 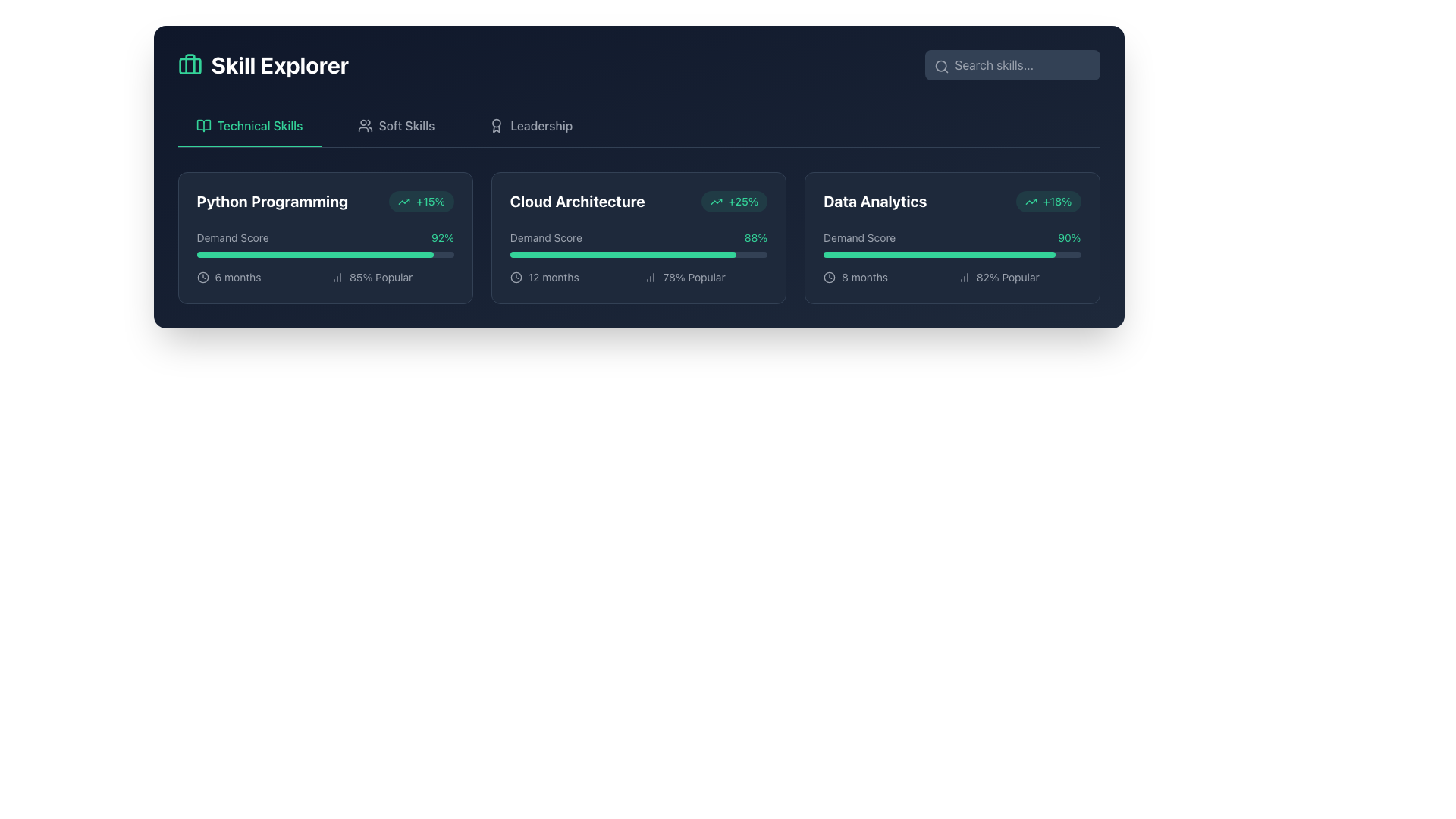 What do you see at coordinates (1068, 237) in the screenshot?
I see `the 'Demand Score' percentage display for the 'Data Analytics' skill, located in the top-right section of the 'Data Analytics' card, which is the third card in the row of three under 'Technical Skills'` at bounding box center [1068, 237].